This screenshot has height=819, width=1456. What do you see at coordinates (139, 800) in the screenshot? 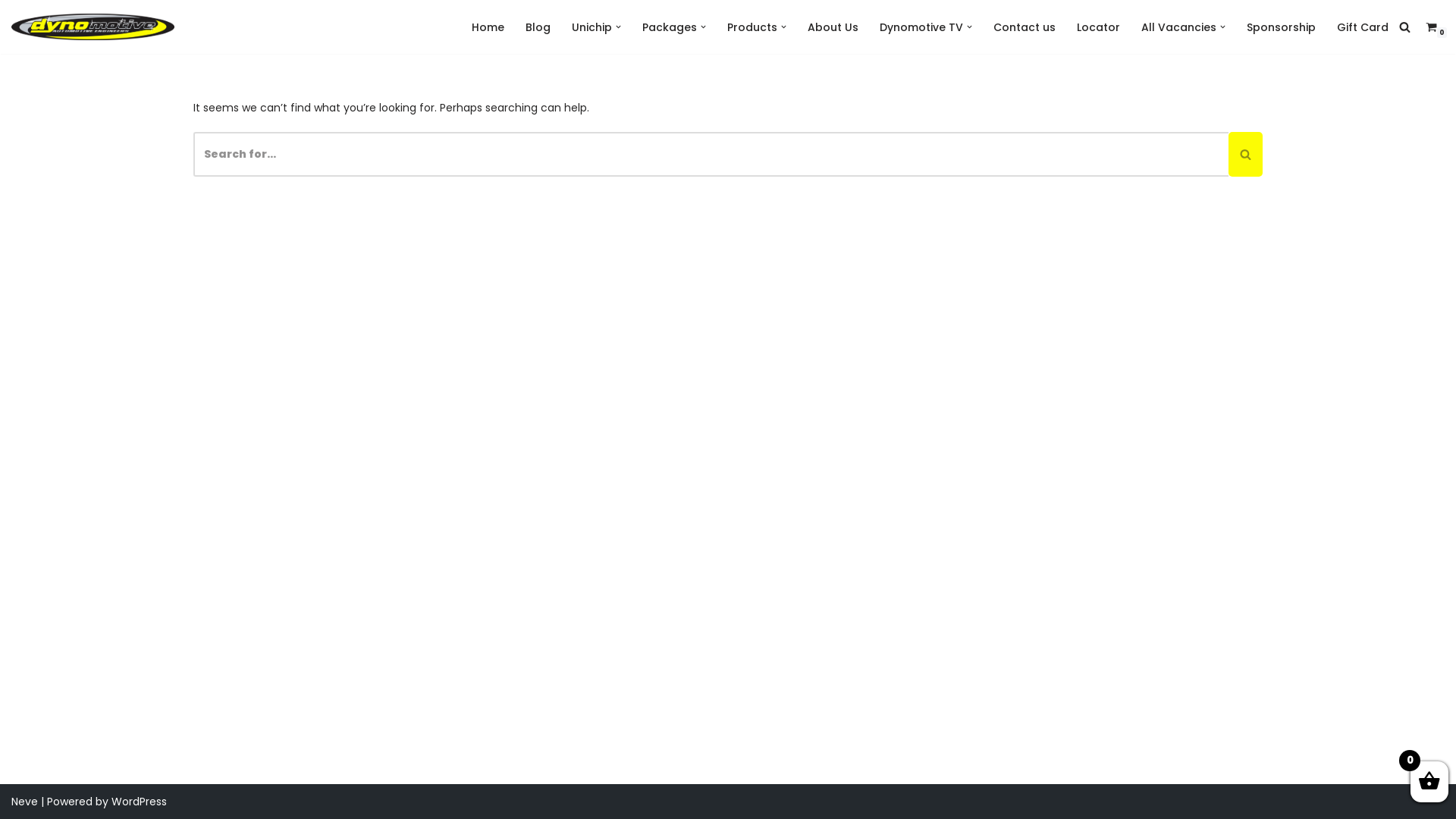
I see `'WordPress'` at bounding box center [139, 800].